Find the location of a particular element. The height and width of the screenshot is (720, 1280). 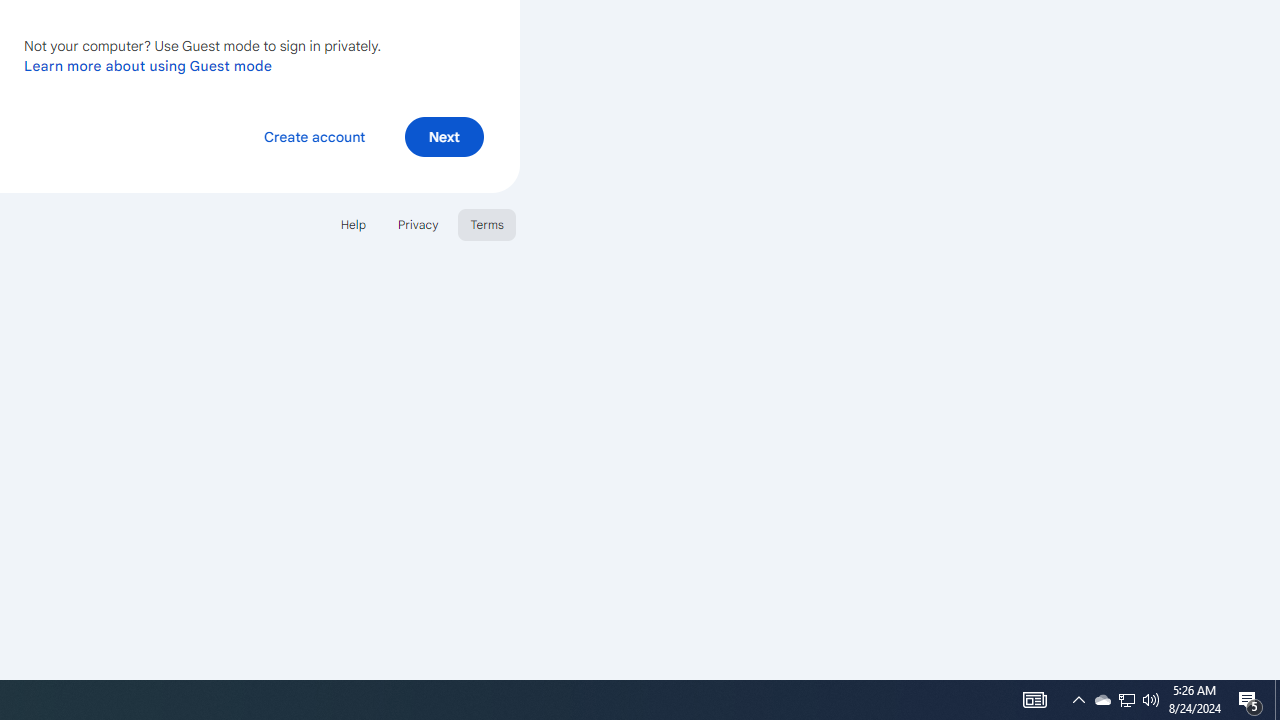

'Create account' is located at coordinates (313, 135).